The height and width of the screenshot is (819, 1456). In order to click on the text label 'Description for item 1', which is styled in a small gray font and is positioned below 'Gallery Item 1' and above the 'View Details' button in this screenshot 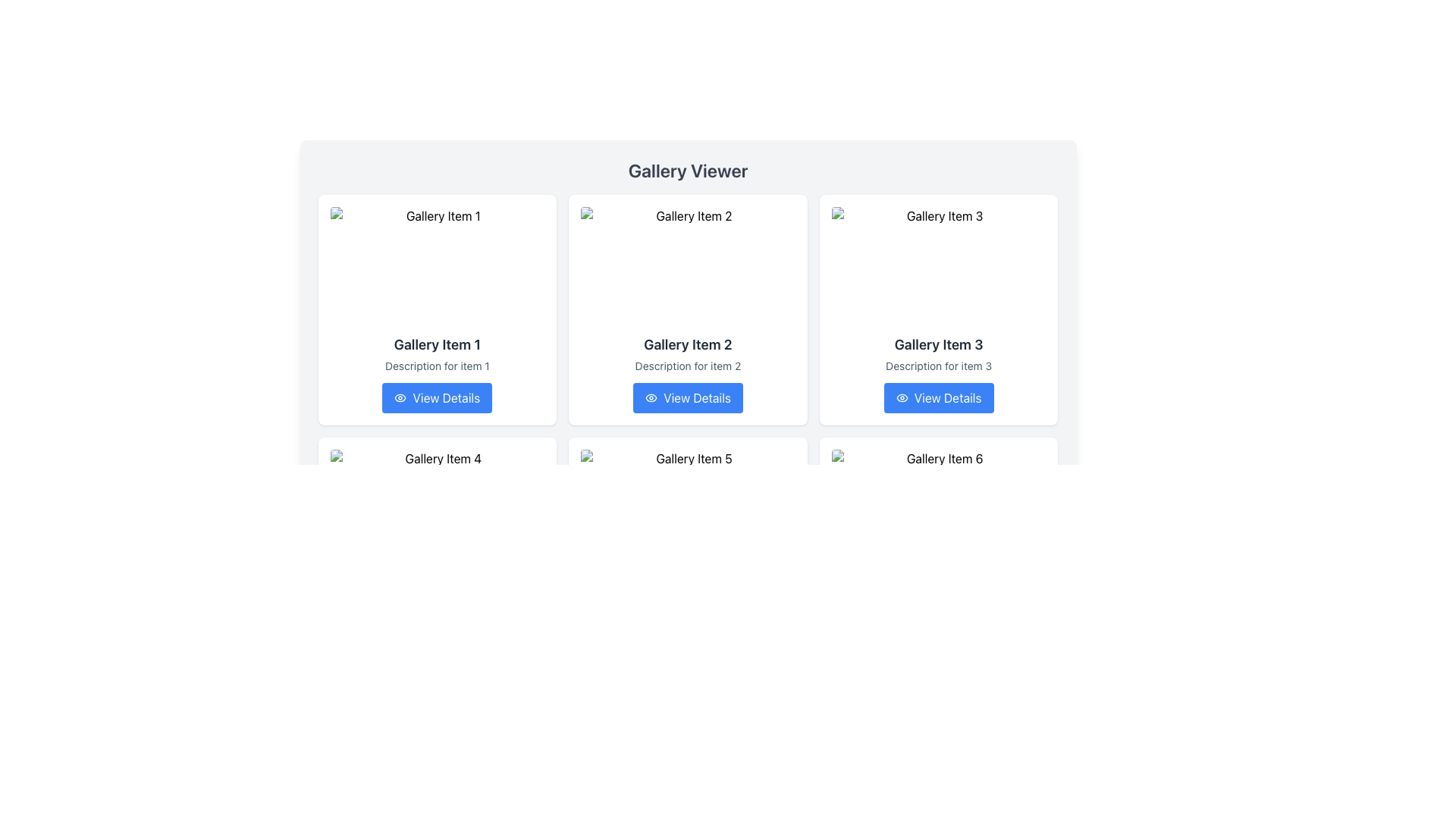, I will do `click(436, 366)`.